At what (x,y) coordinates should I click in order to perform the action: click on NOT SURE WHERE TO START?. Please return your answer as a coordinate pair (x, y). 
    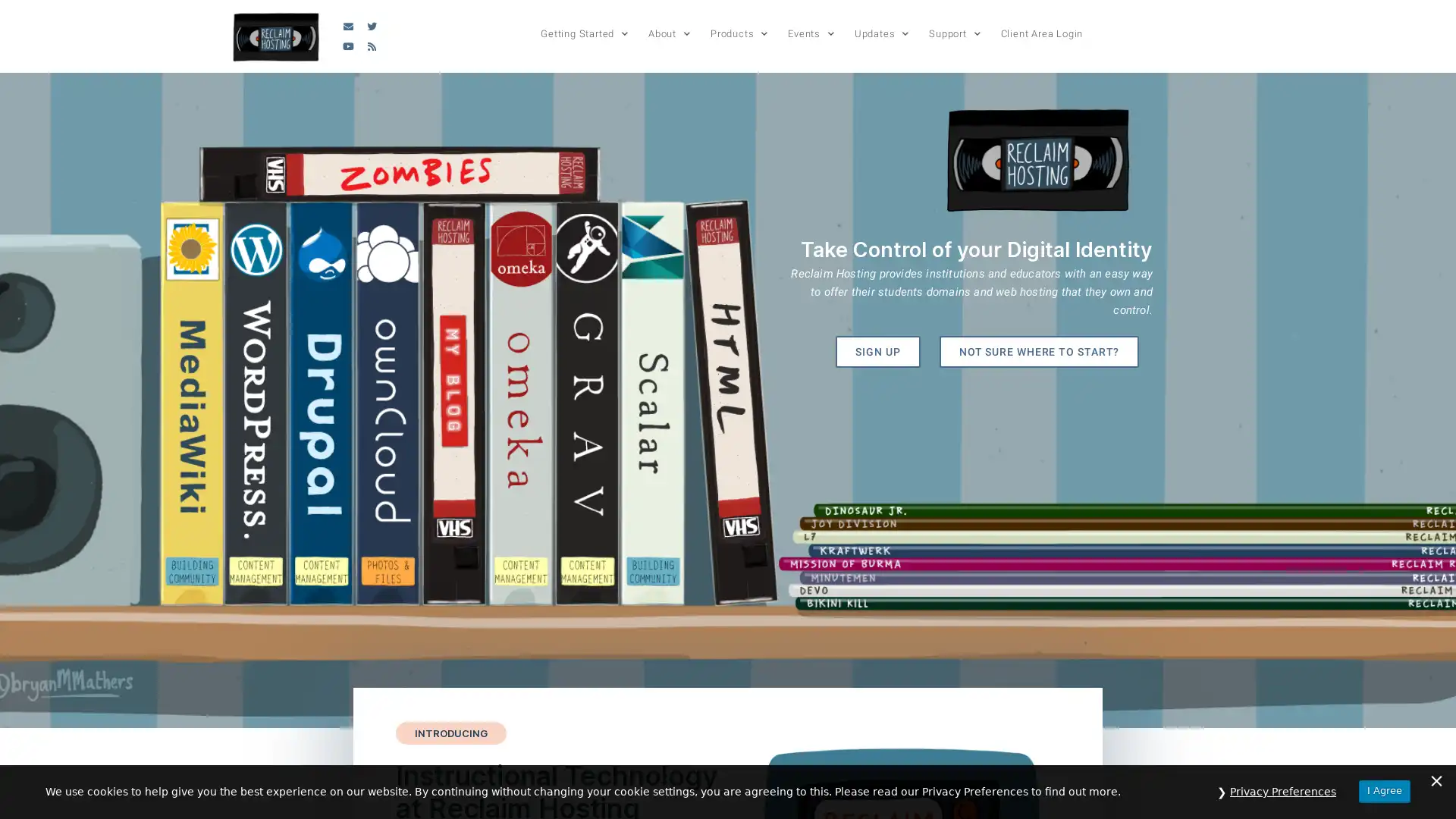
    Looking at the image, I should click on (1037, 351).